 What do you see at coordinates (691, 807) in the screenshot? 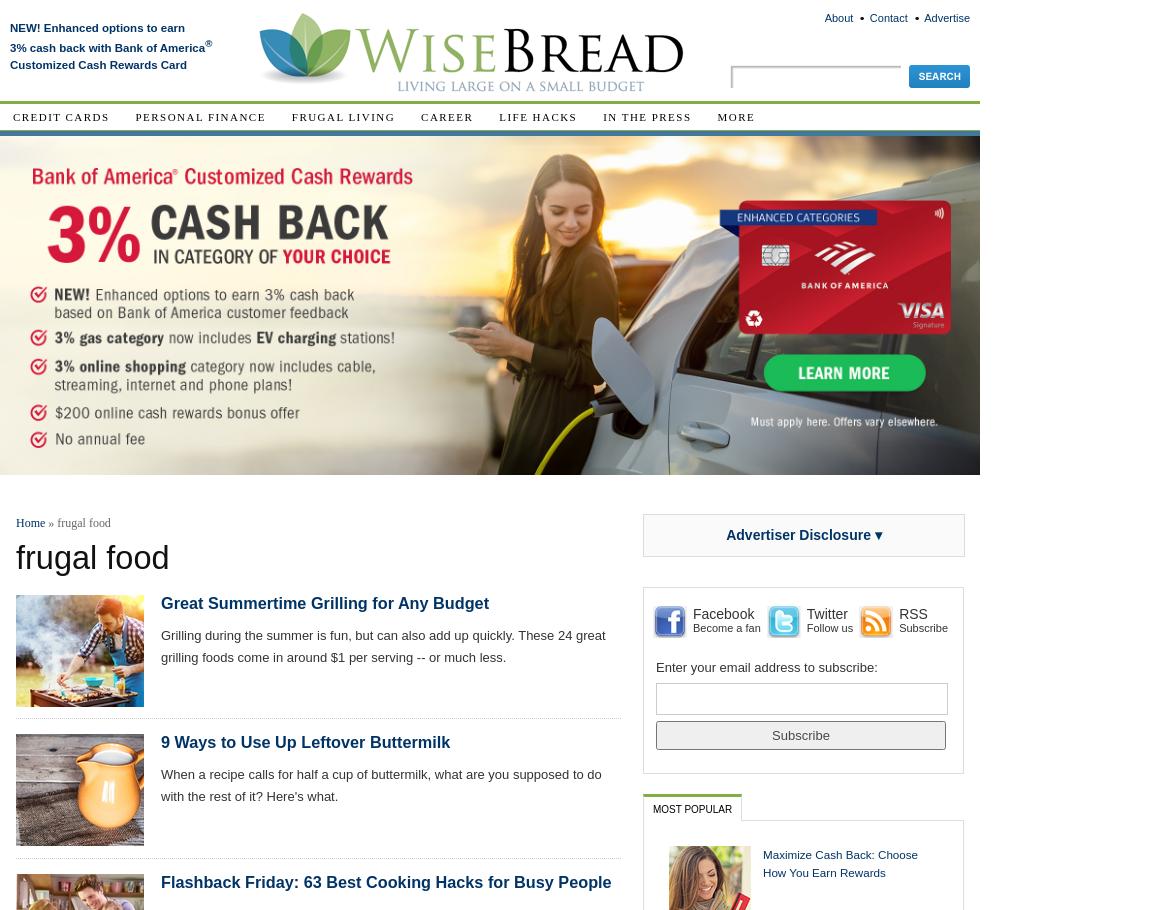
I see `'Most Popular'` at bounding box center [691, 807].